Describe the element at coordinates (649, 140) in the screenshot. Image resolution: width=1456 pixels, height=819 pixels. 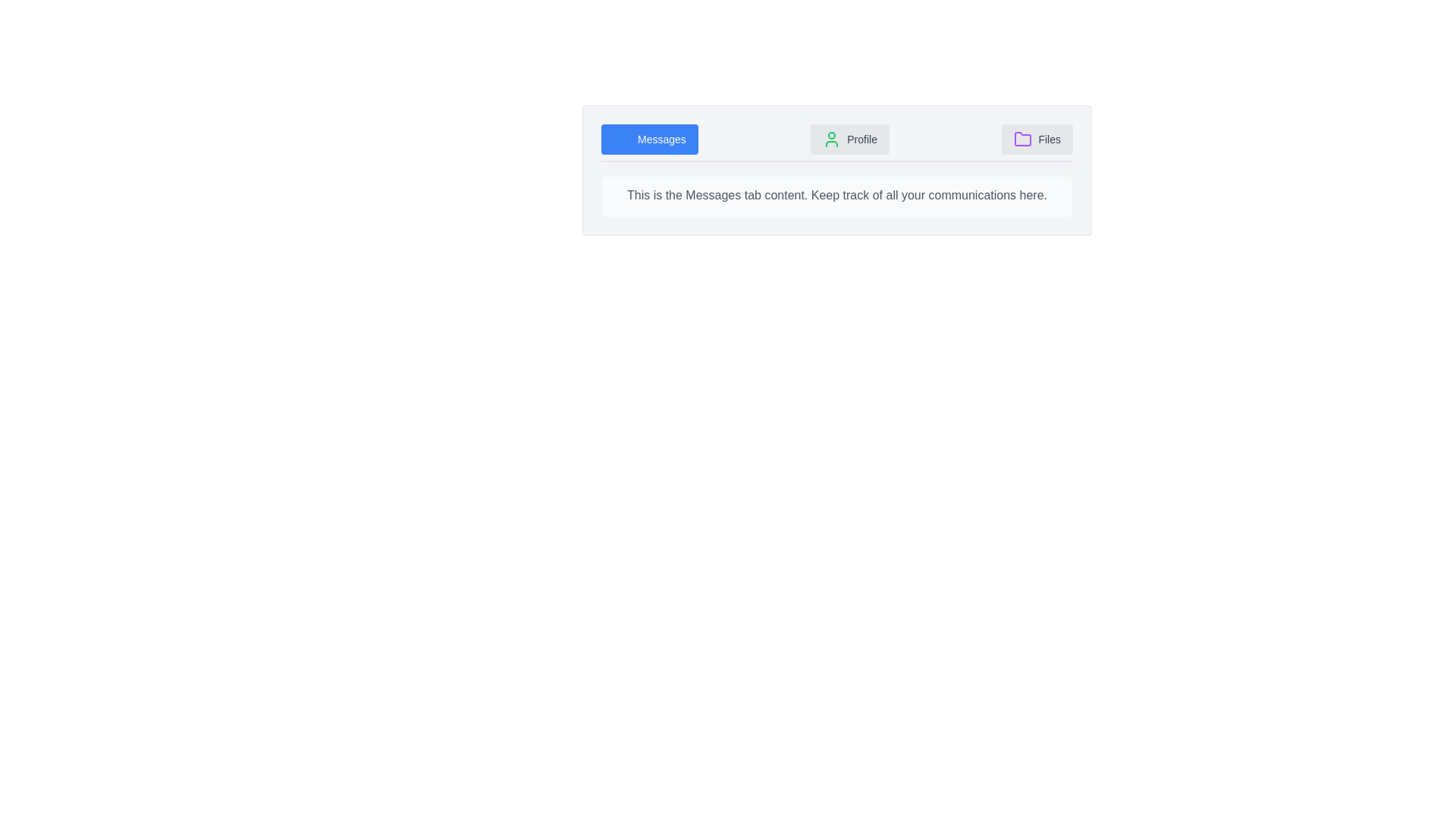
I see `the Messages tab` at that location.